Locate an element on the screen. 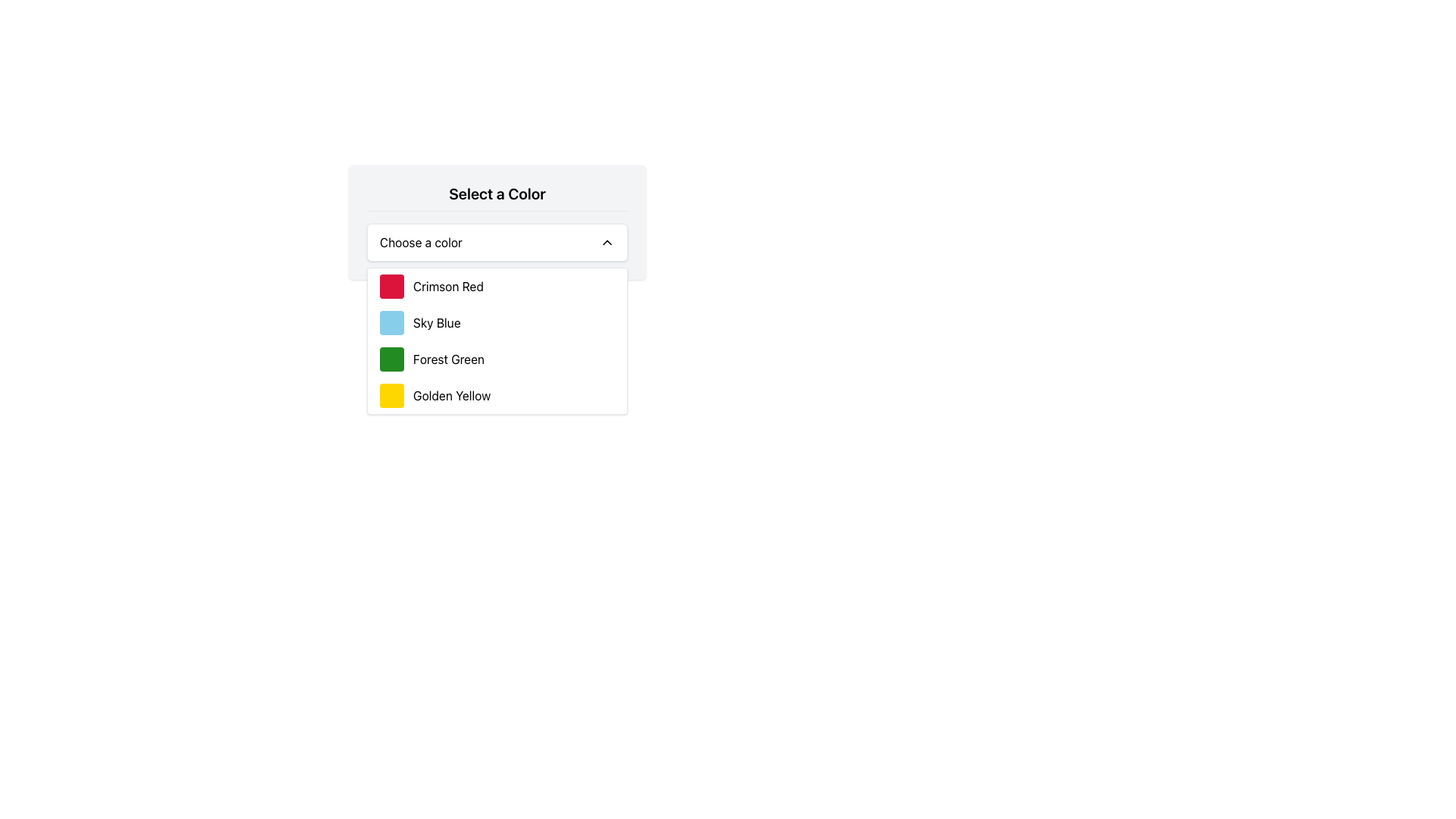 The height and width of the screenshot is (819, 1456). the list item element labeled 'Sky Blue' is located at coordinates (497, 322).